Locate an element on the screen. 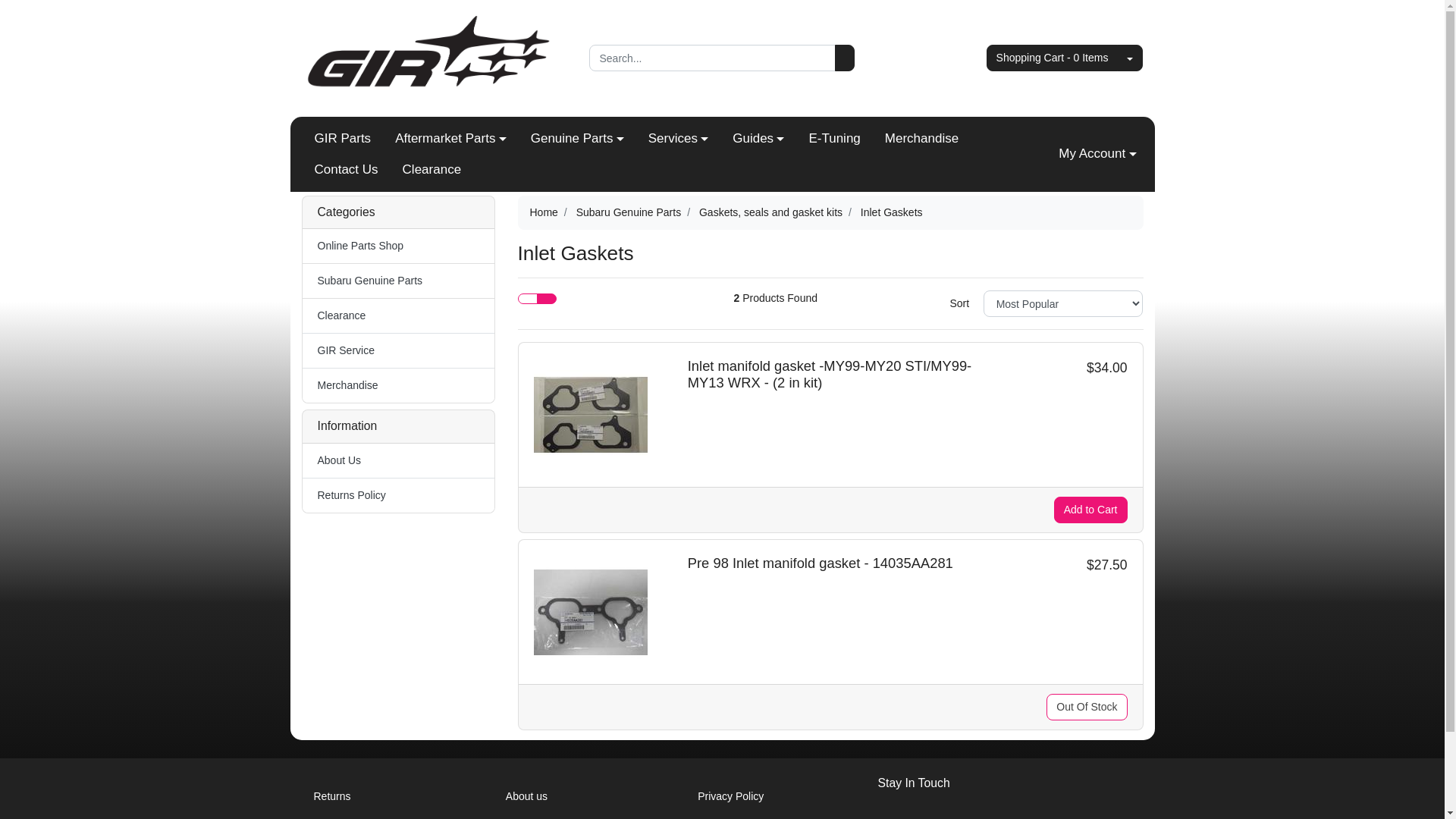 This screenshot has width=1456, height=819. 'My Account' is located at coordinates (1097, 154).